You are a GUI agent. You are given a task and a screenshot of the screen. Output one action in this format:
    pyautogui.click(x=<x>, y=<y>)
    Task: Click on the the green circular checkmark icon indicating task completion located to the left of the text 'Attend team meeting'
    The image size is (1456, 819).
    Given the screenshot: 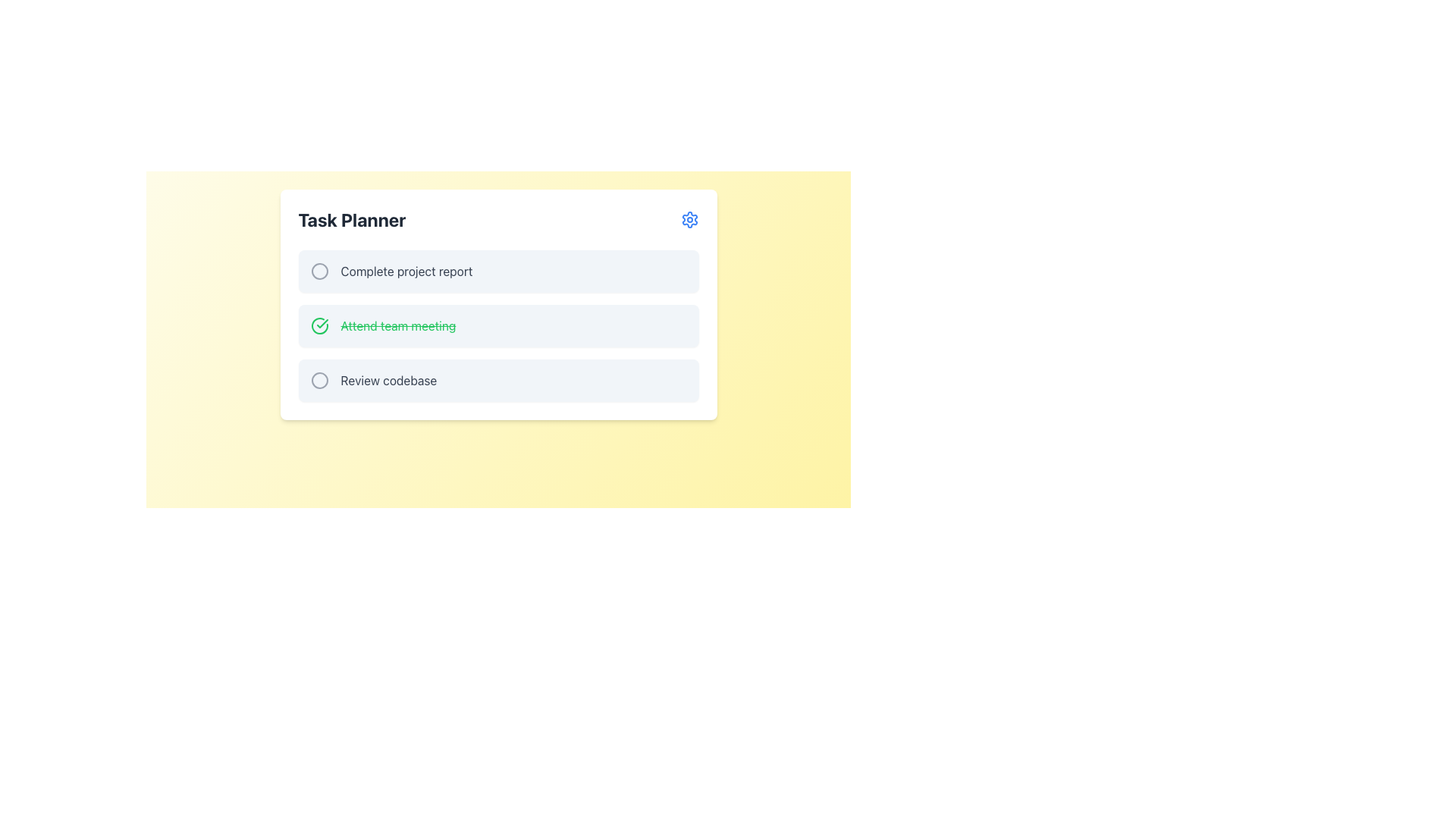 What is the action you would take?
    pyautogui.click(x=318, y=325)
    